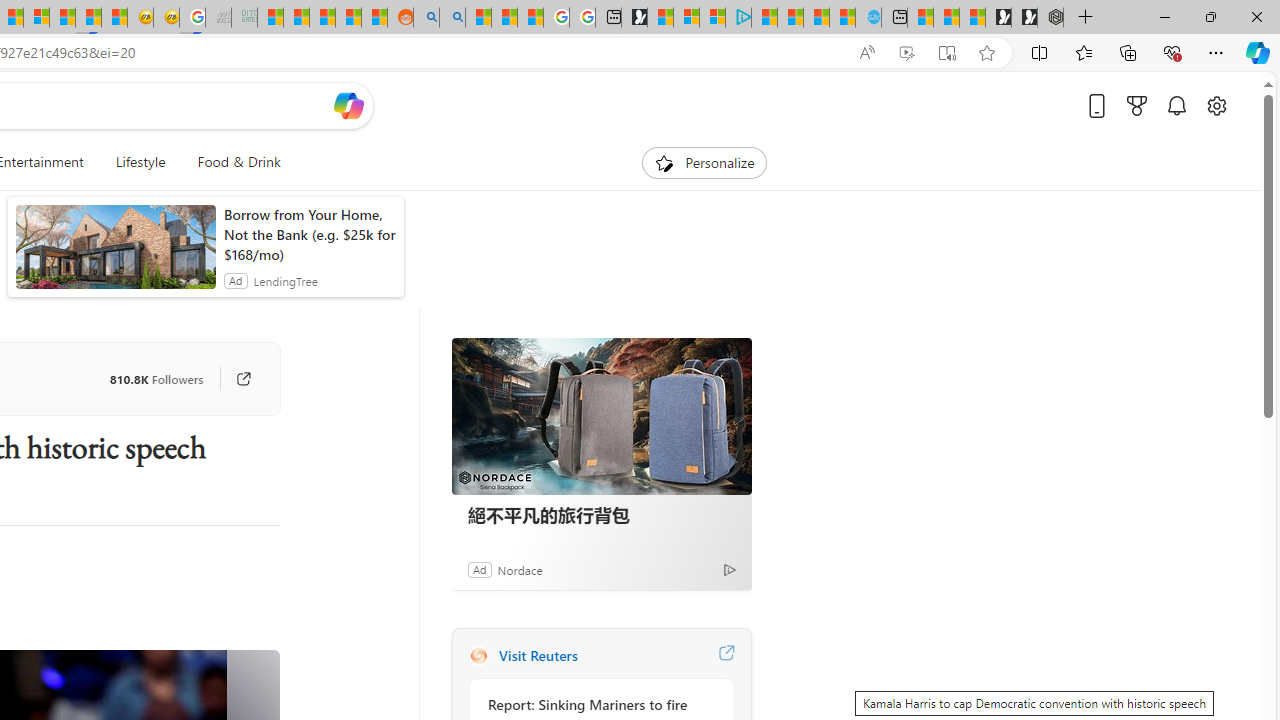 This screenshot has width=1280, height=720. What do you see at coordinates (905, 52) in the screenshot?
I see `'Enhance video'` at bounding box center [905, 52].